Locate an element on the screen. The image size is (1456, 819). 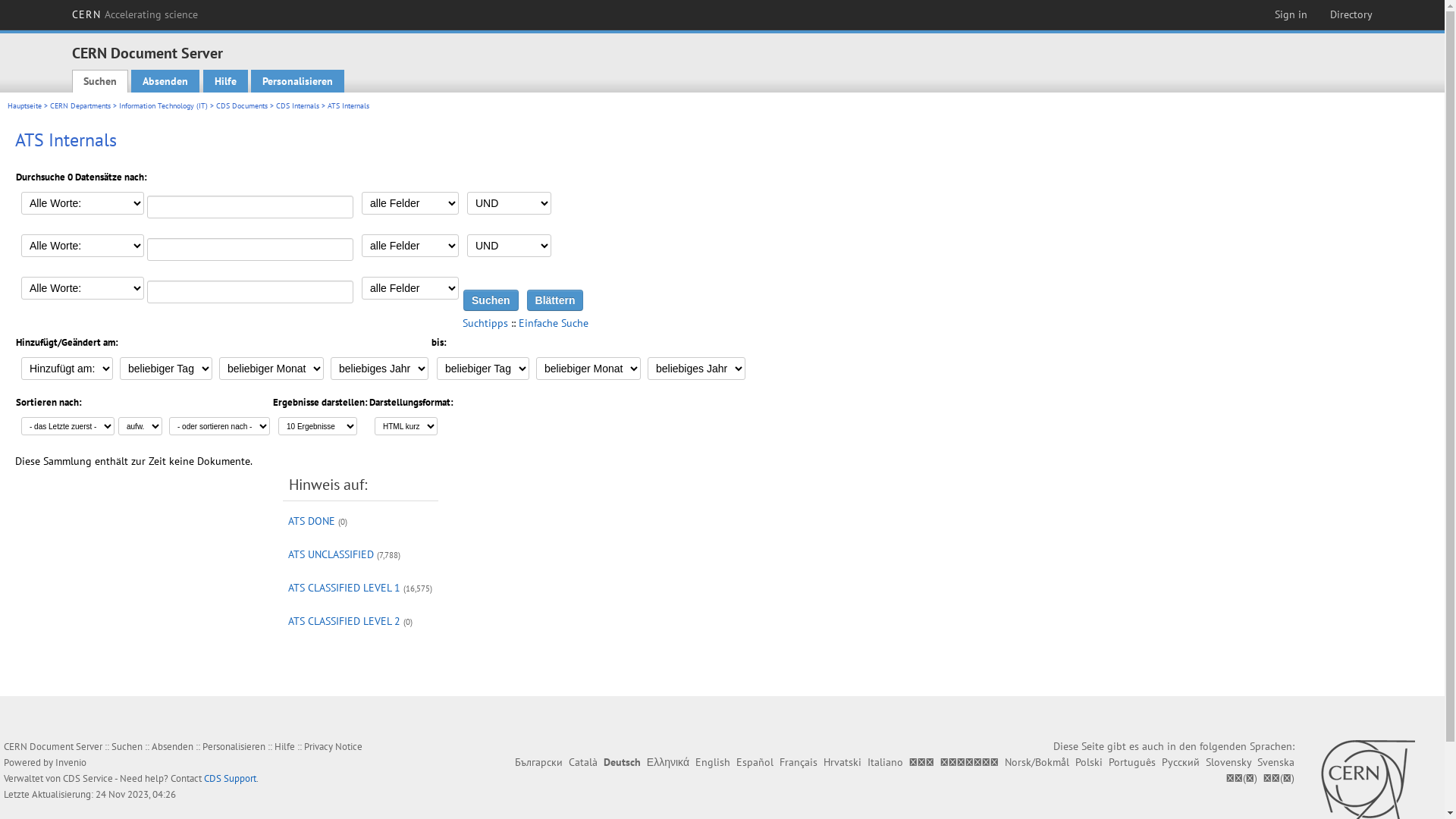
'Slovensky' is located at coordinates (1228, 762).